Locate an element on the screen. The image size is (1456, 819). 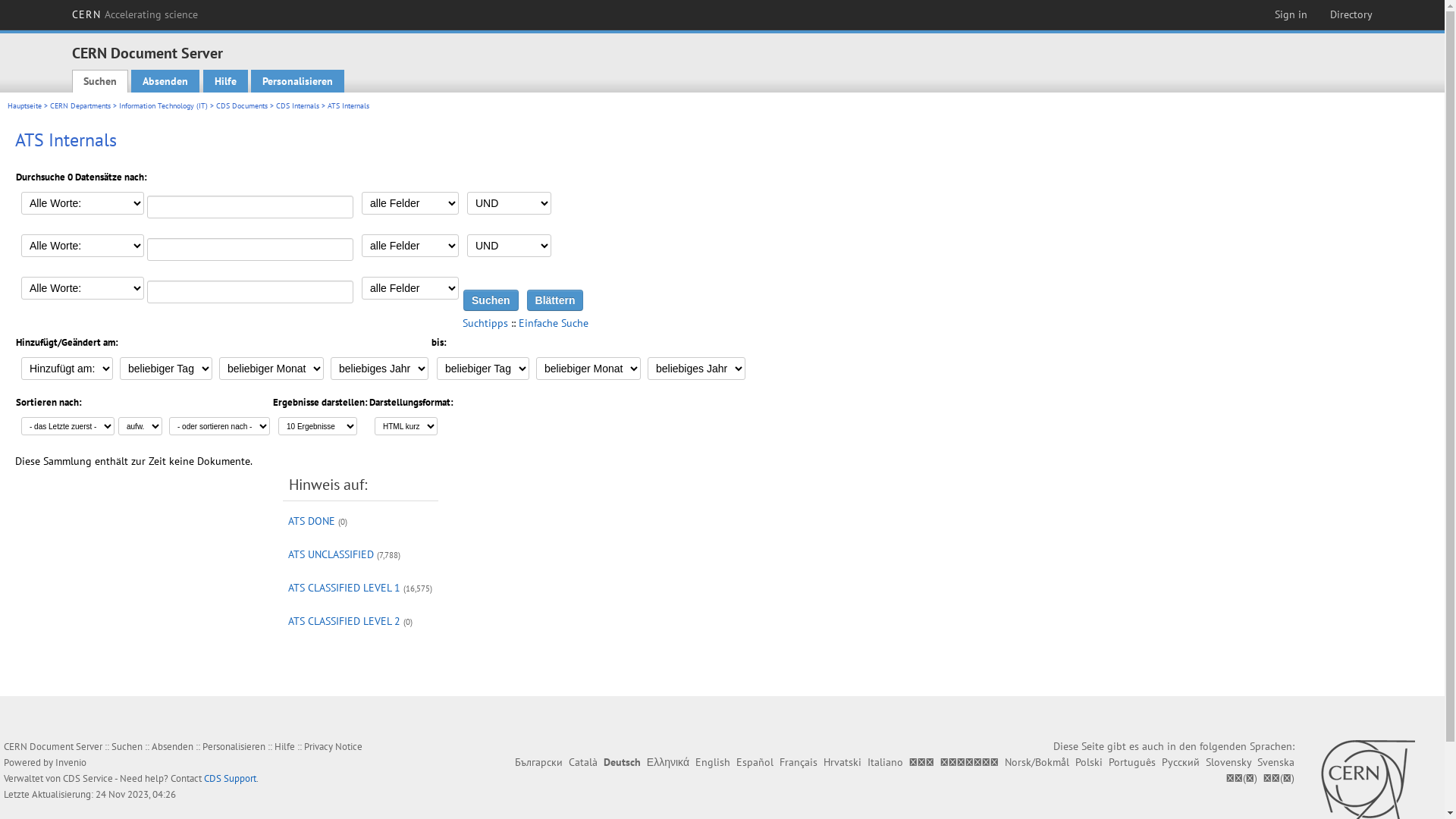
'Slovensky' is located at coordinates (1228, 762).